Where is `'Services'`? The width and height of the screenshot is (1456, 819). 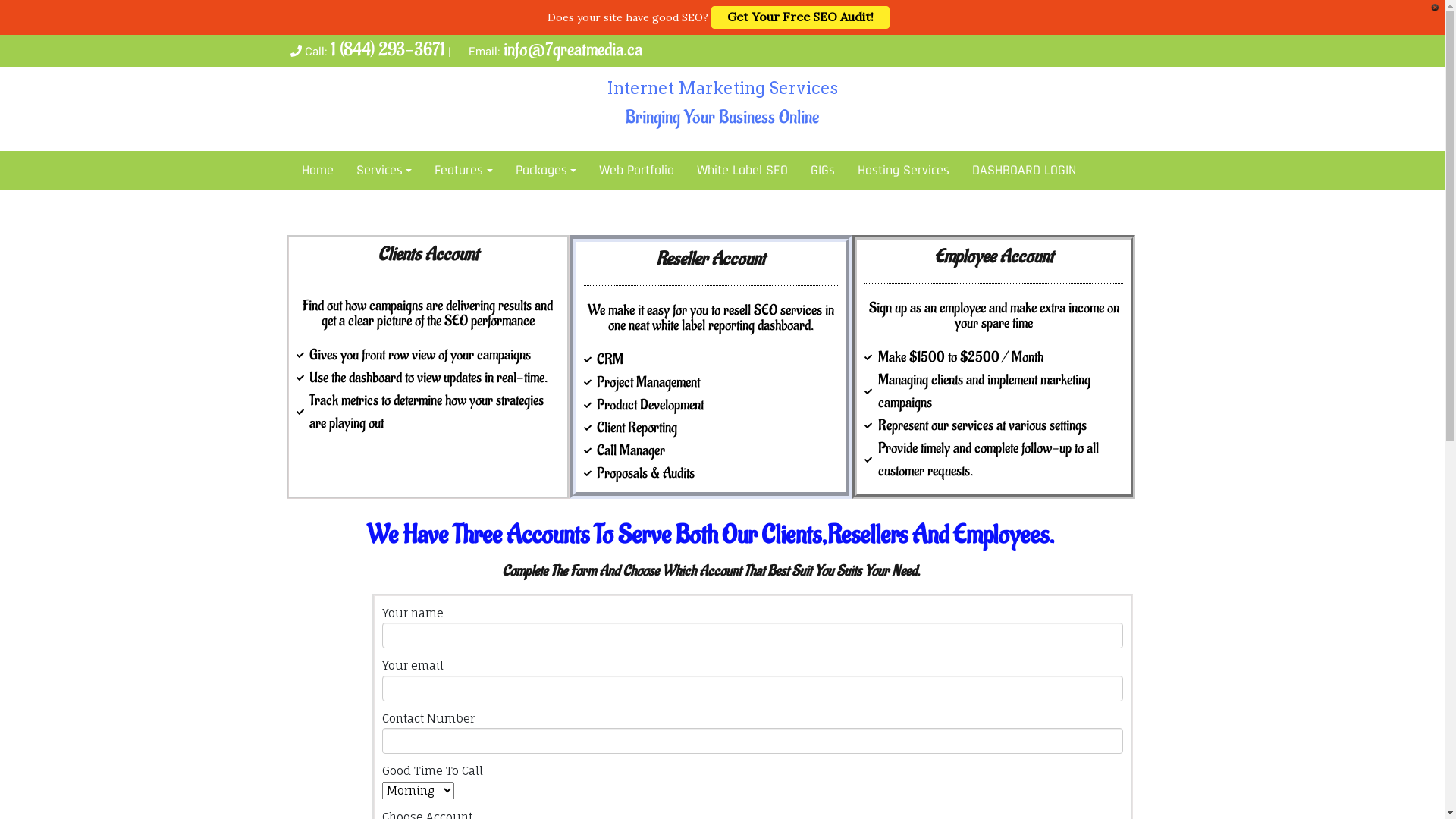
'Services' is located at coordinates (383, 170).